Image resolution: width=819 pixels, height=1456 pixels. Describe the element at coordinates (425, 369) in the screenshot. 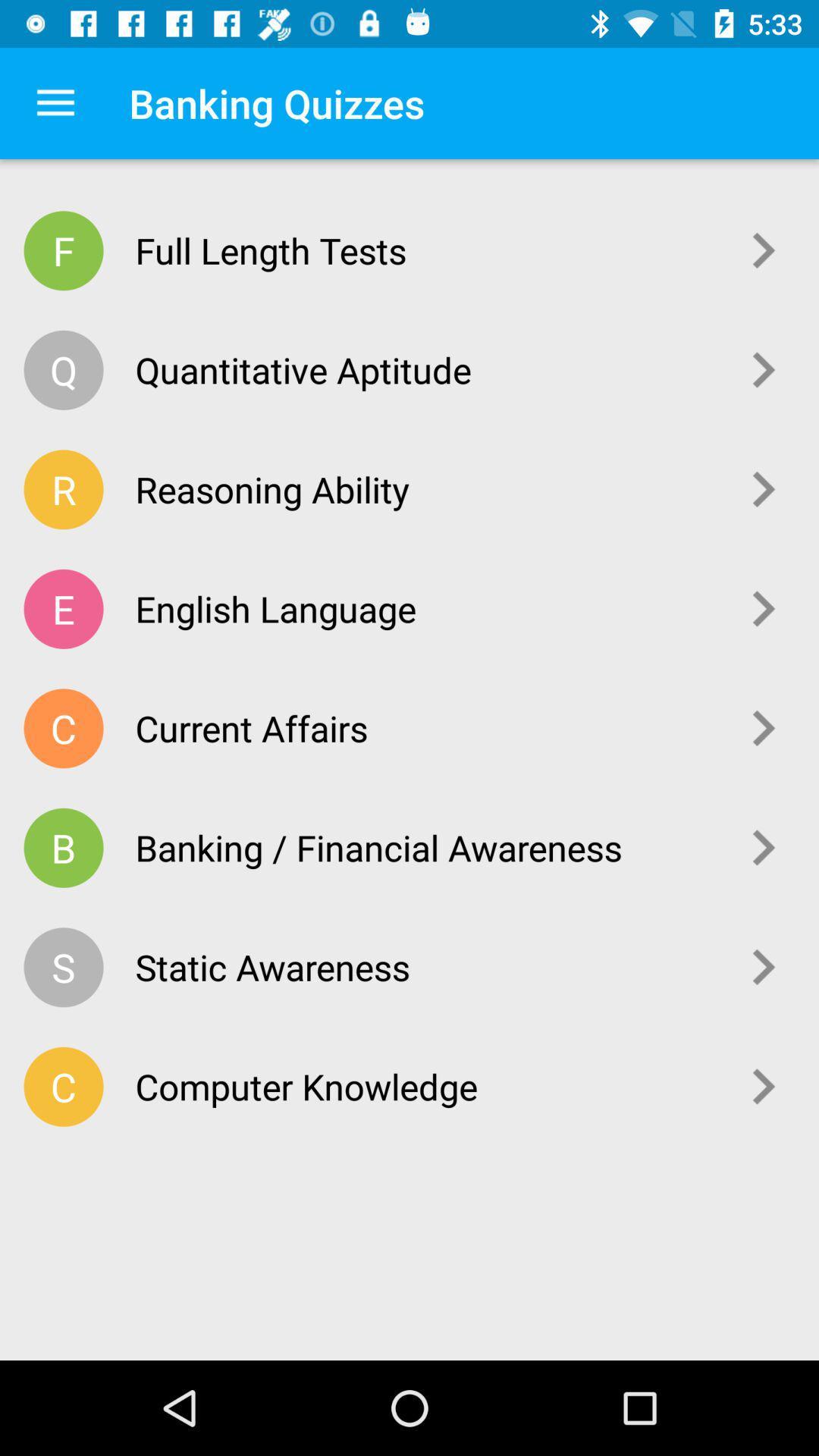

I see `icon next to the q item` at that location.